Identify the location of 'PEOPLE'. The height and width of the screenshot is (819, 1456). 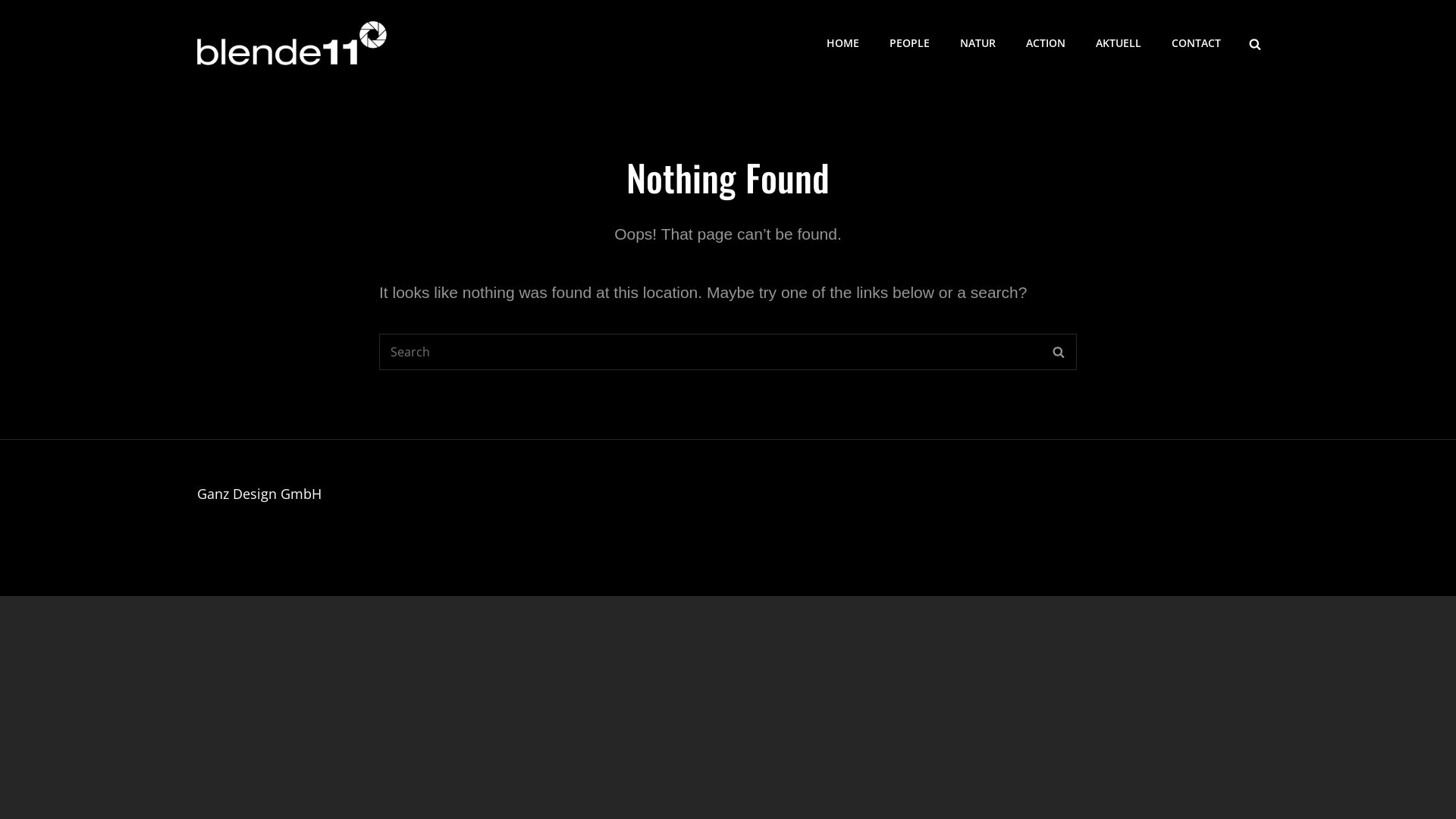
(909, 42).